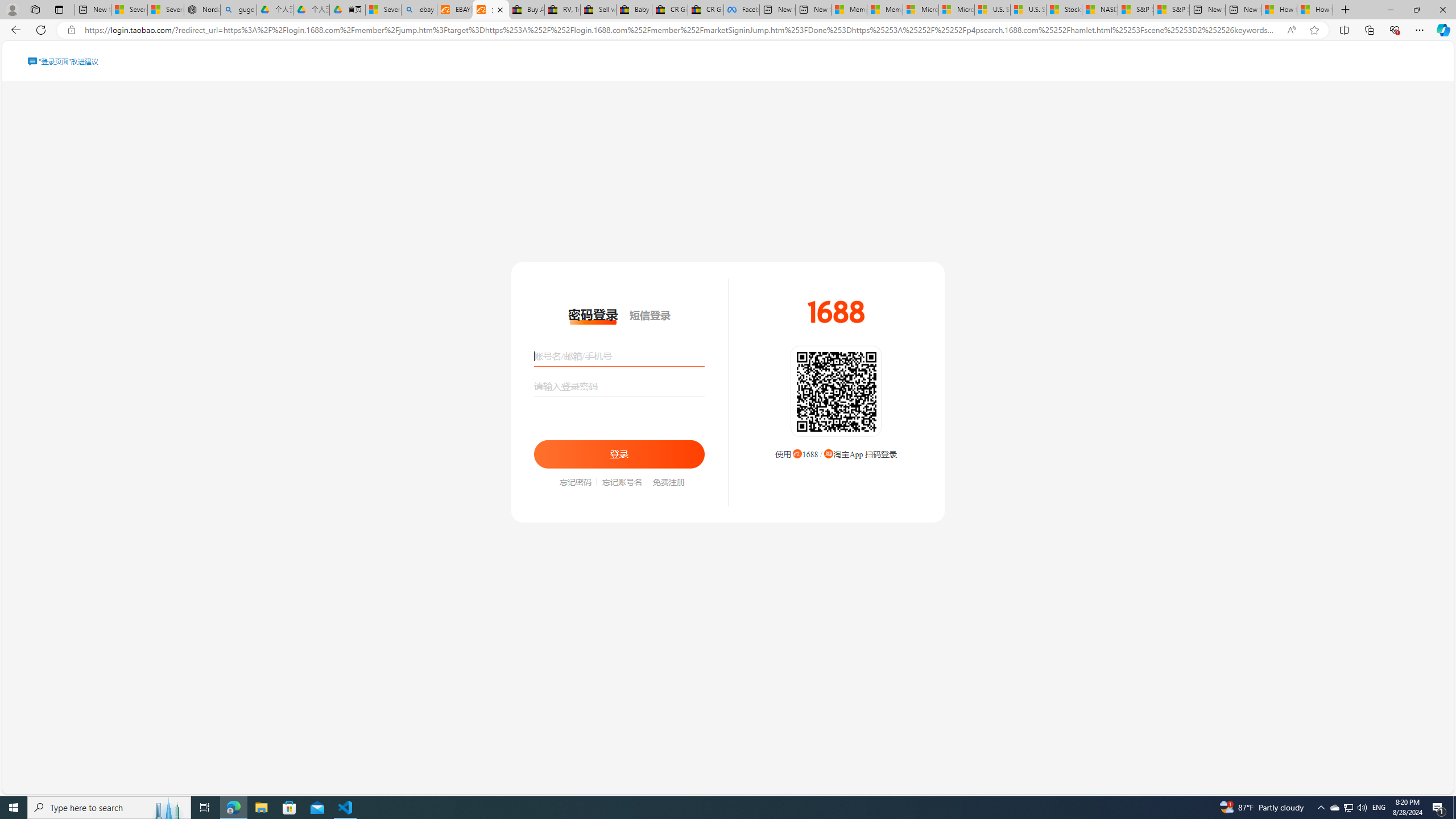  I want to click on 'Read aloud this page (Ctrl+Shift+U)', so click(1291, 30).